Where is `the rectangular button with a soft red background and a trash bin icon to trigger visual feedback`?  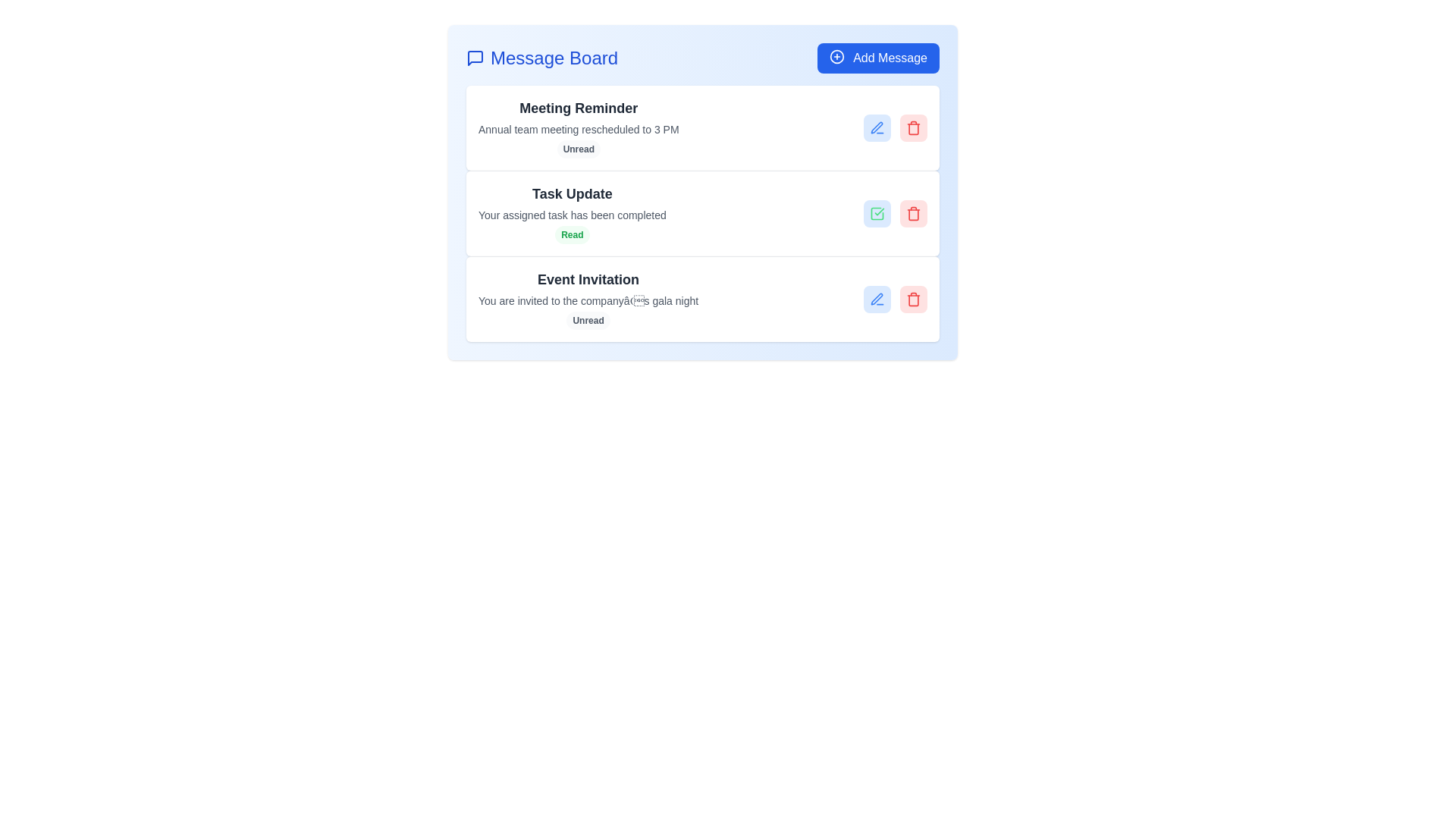
the rectangular button with a soft red background and a trash bin icon to trigger visual feedback is located at coordinates (912, 299).